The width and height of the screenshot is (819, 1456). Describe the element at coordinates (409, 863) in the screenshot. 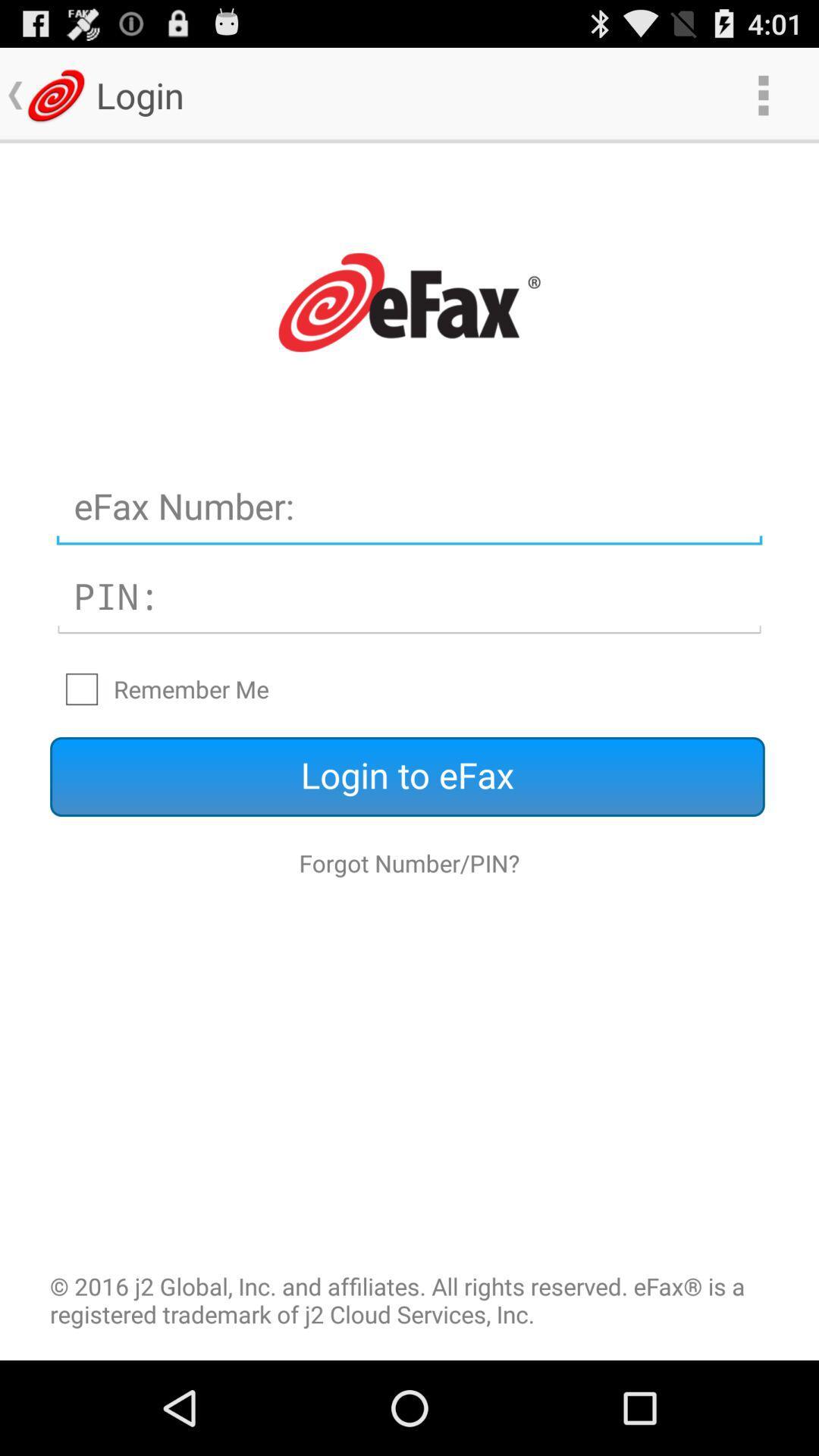

I see `forgot number/pin? icon` at that location.